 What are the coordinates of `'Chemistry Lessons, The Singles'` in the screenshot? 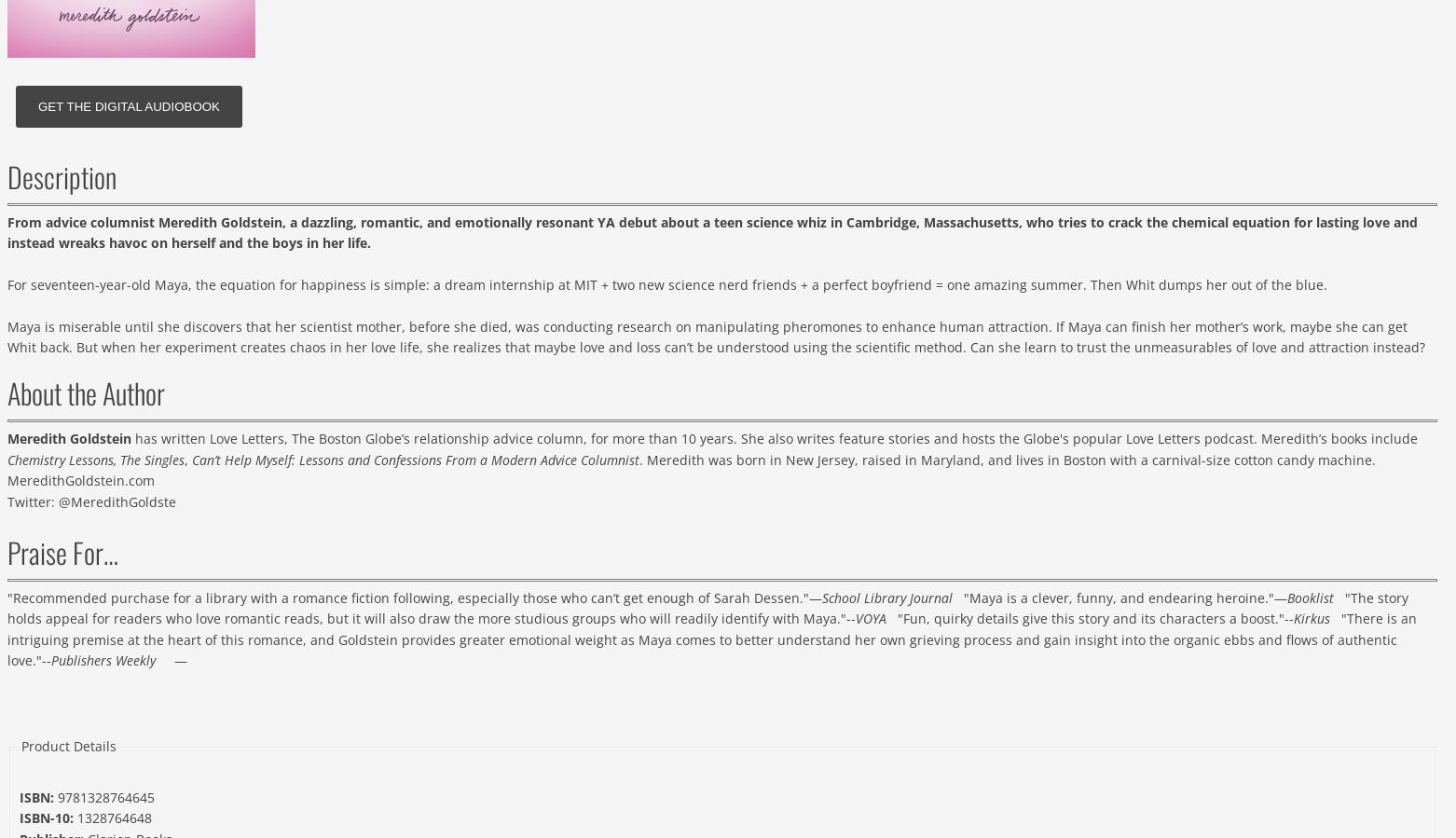 It's located at (95, 459).